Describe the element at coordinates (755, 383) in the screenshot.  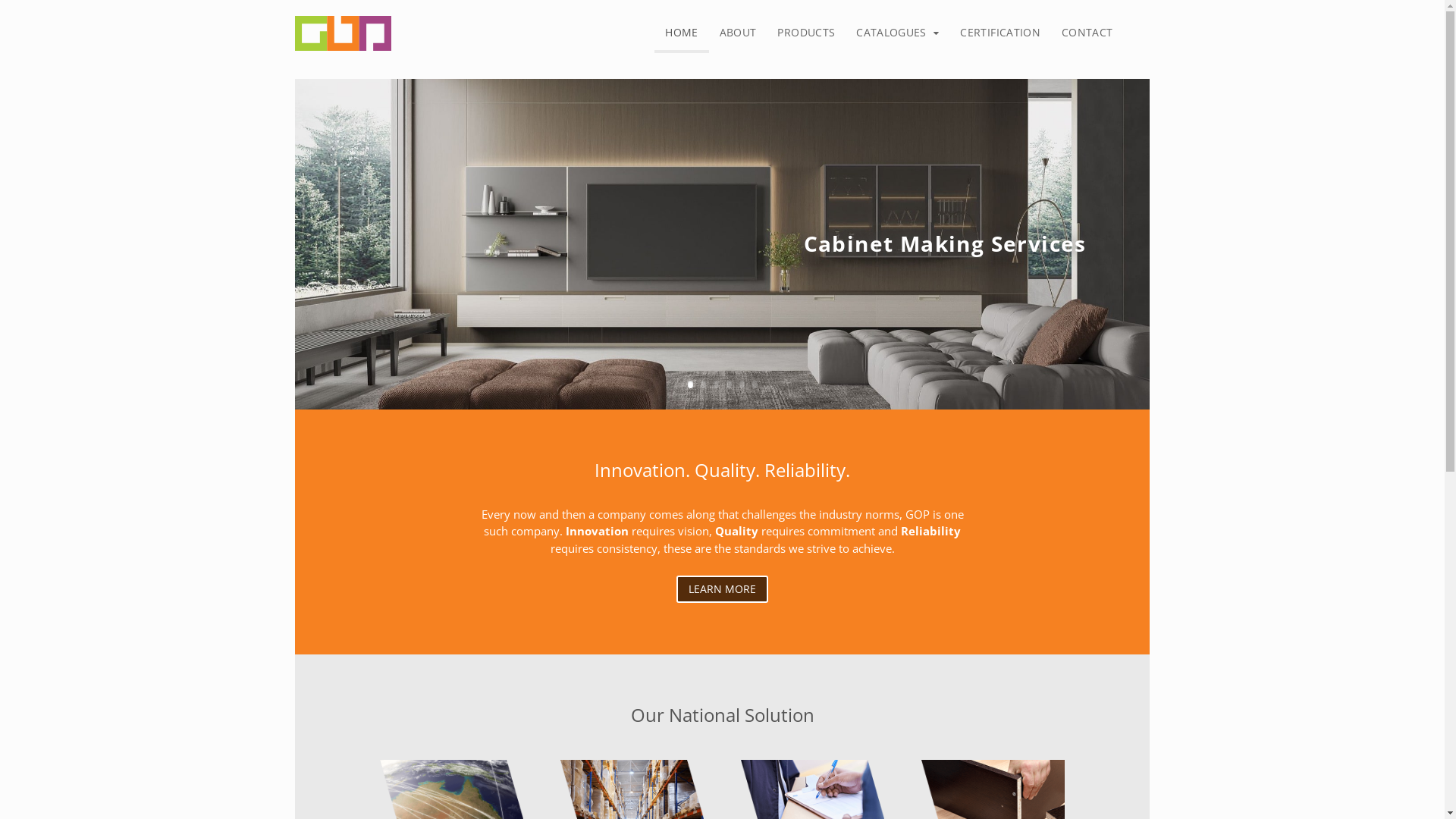
I see `'6'` at that location.